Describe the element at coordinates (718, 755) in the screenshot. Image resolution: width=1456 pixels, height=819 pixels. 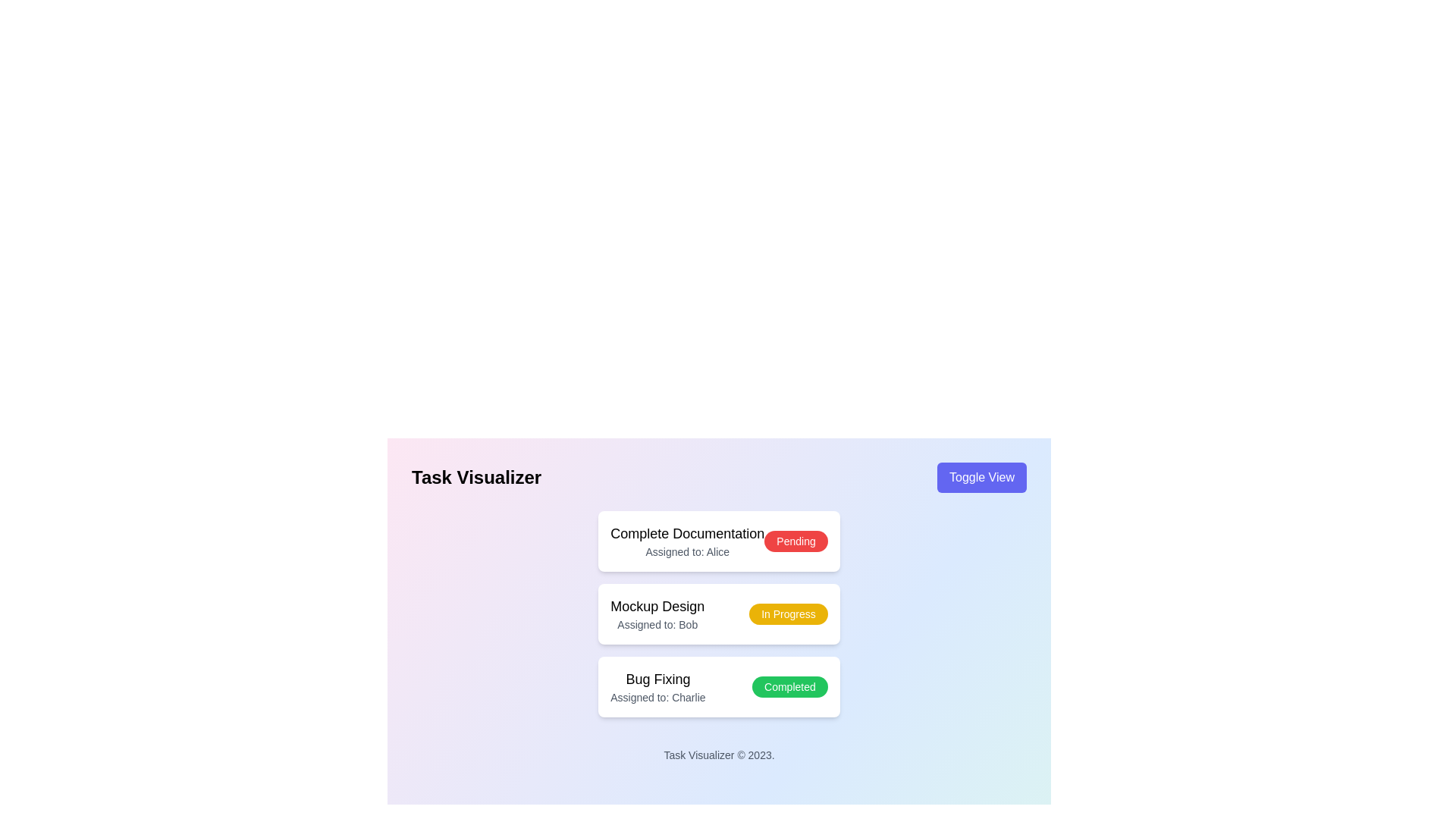
I see `the text block displaying 'Task Visualizer © 2023.' which is located at the bottom of the page and visually distinct in a small gray font` at that location.